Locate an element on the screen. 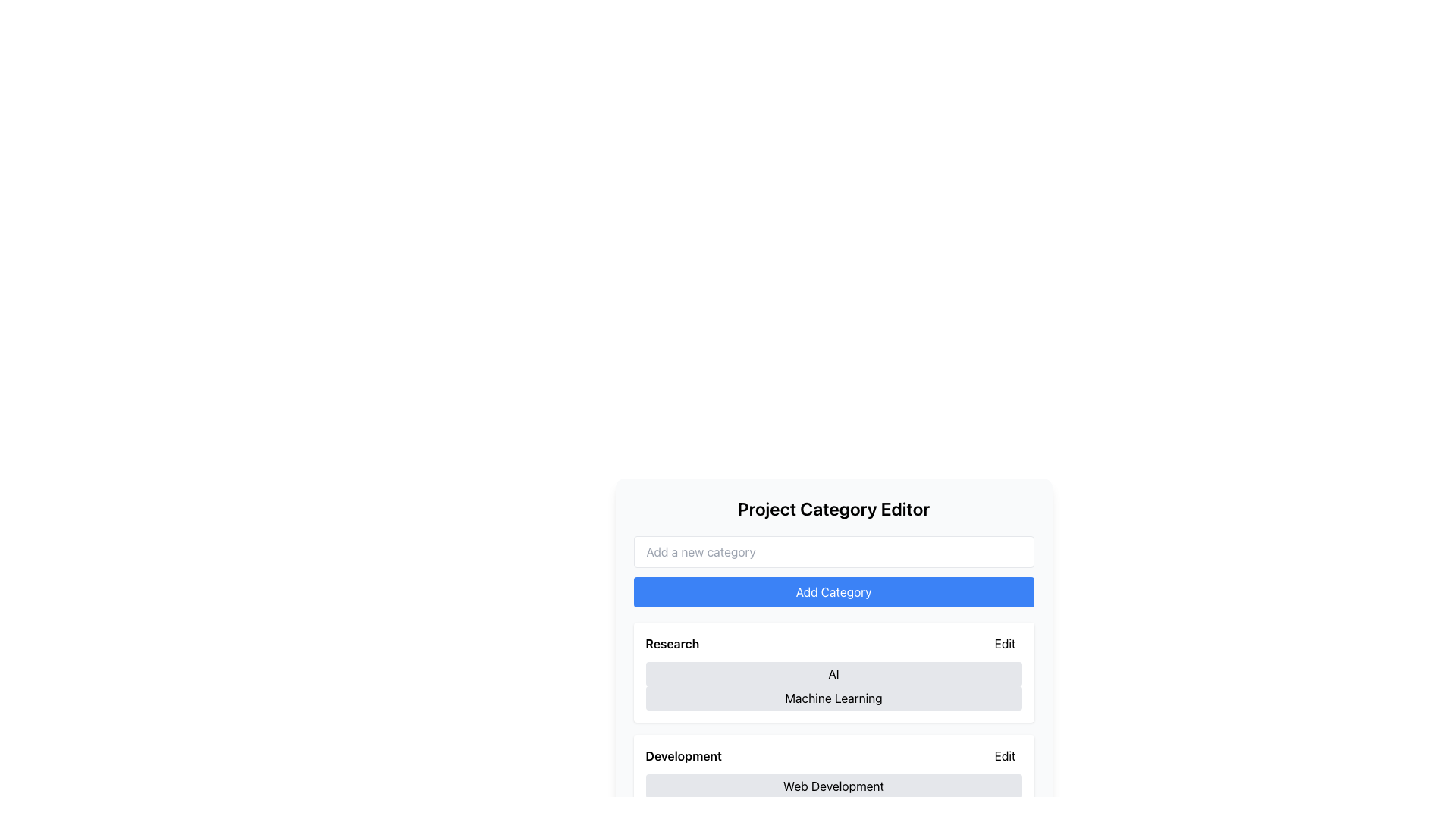 This screenshot has height=819, width=1456. the 'Edit' button styled in black text on a white background located in the bottom right corner of the 'Development' section is located at coordinates (1005, 755).